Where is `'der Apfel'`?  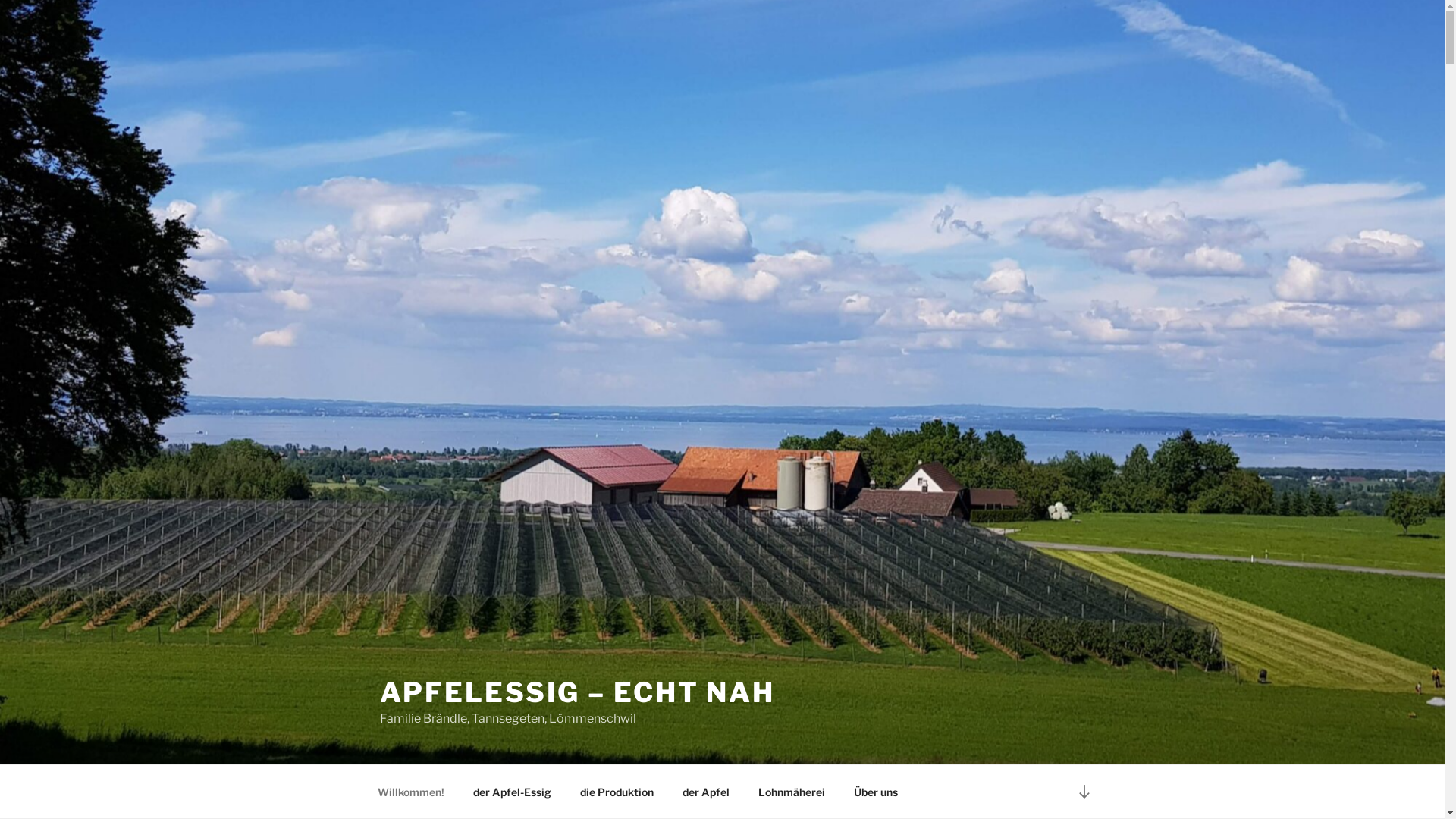
'der Apfel' is located at coordinates (668, 791).